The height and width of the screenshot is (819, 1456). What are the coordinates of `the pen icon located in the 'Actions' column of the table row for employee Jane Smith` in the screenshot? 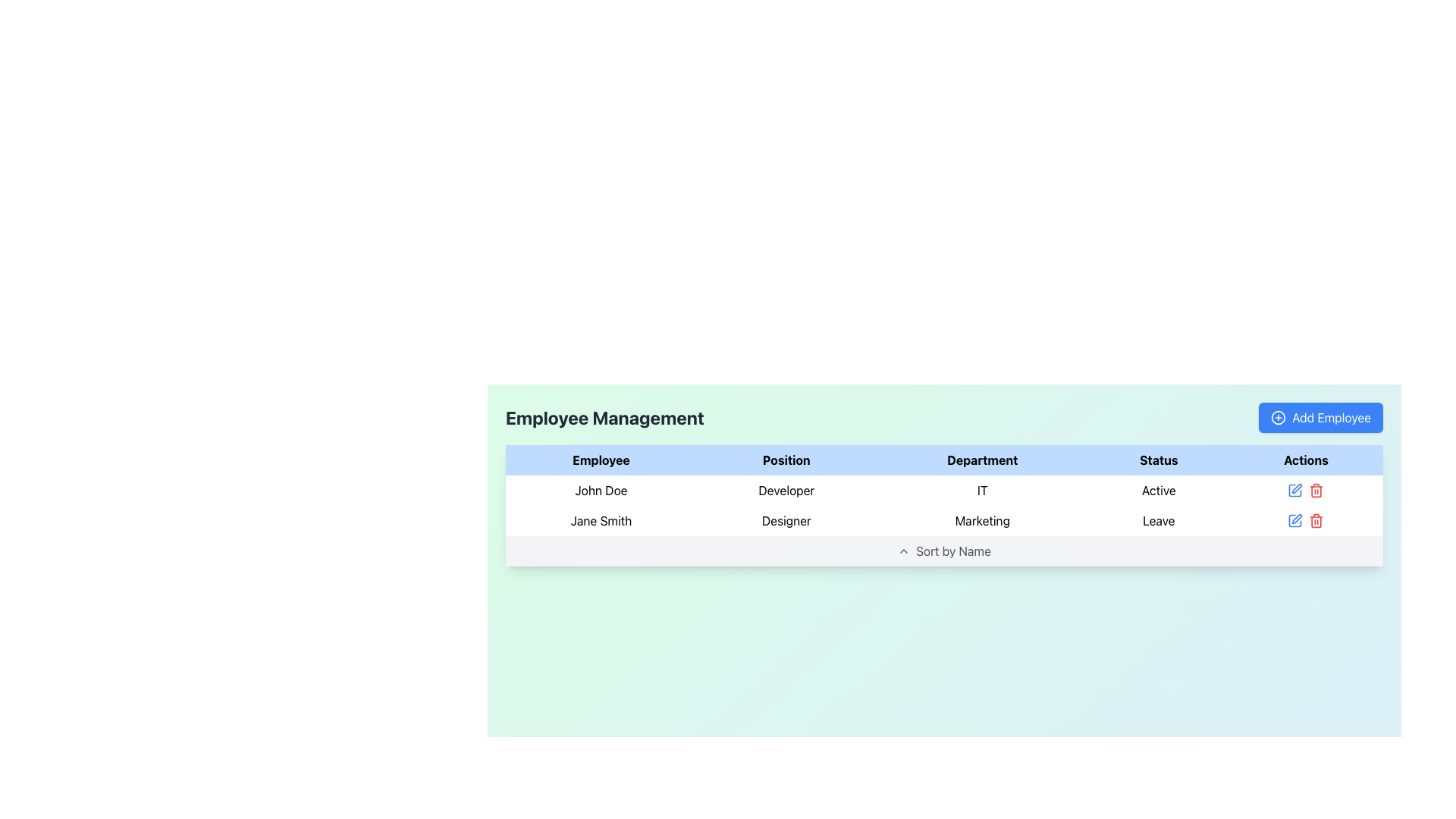 It's located at (1296, 488).